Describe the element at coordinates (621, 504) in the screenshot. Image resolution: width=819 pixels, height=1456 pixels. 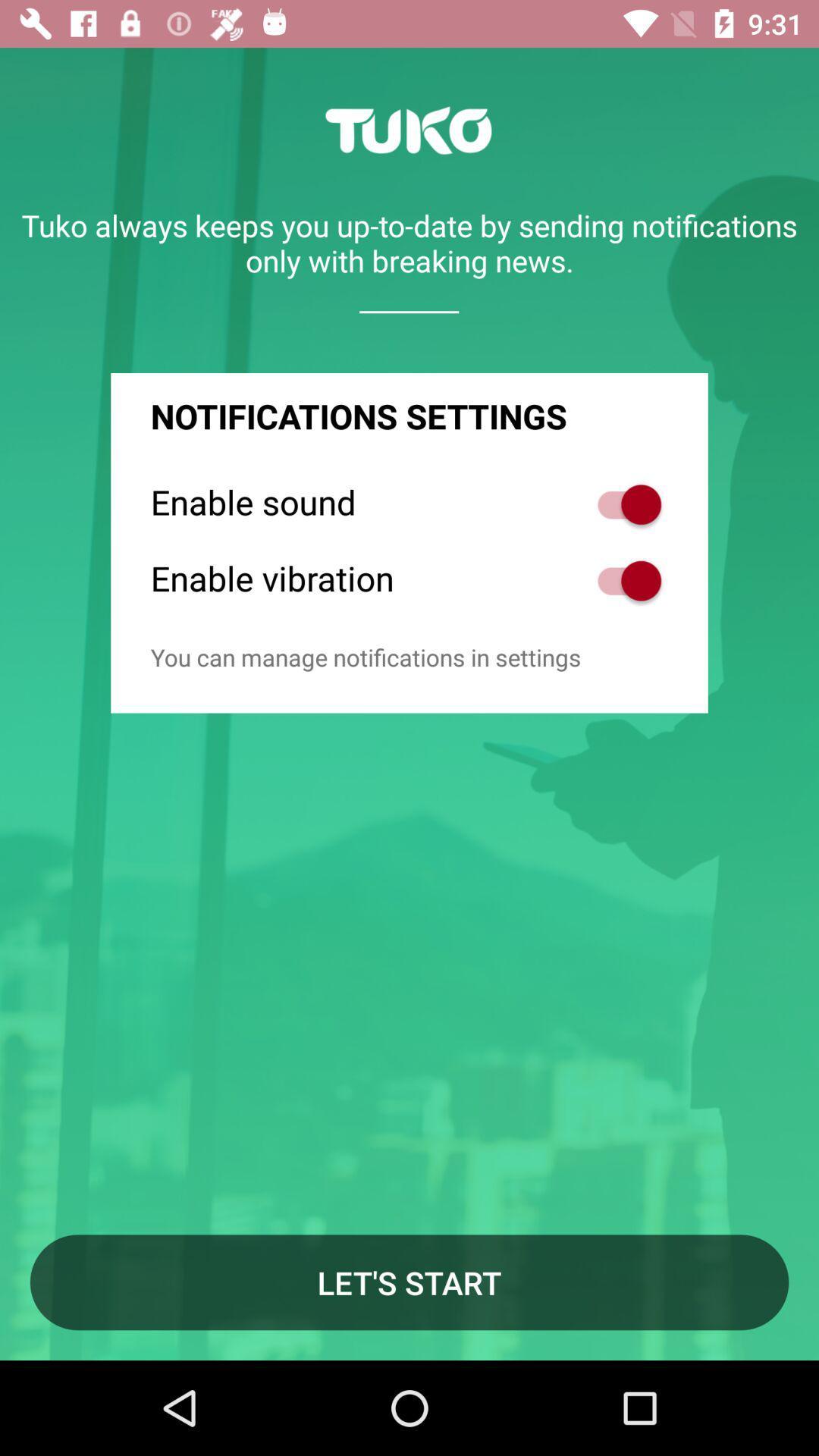
I see `enable sound option` at that location.